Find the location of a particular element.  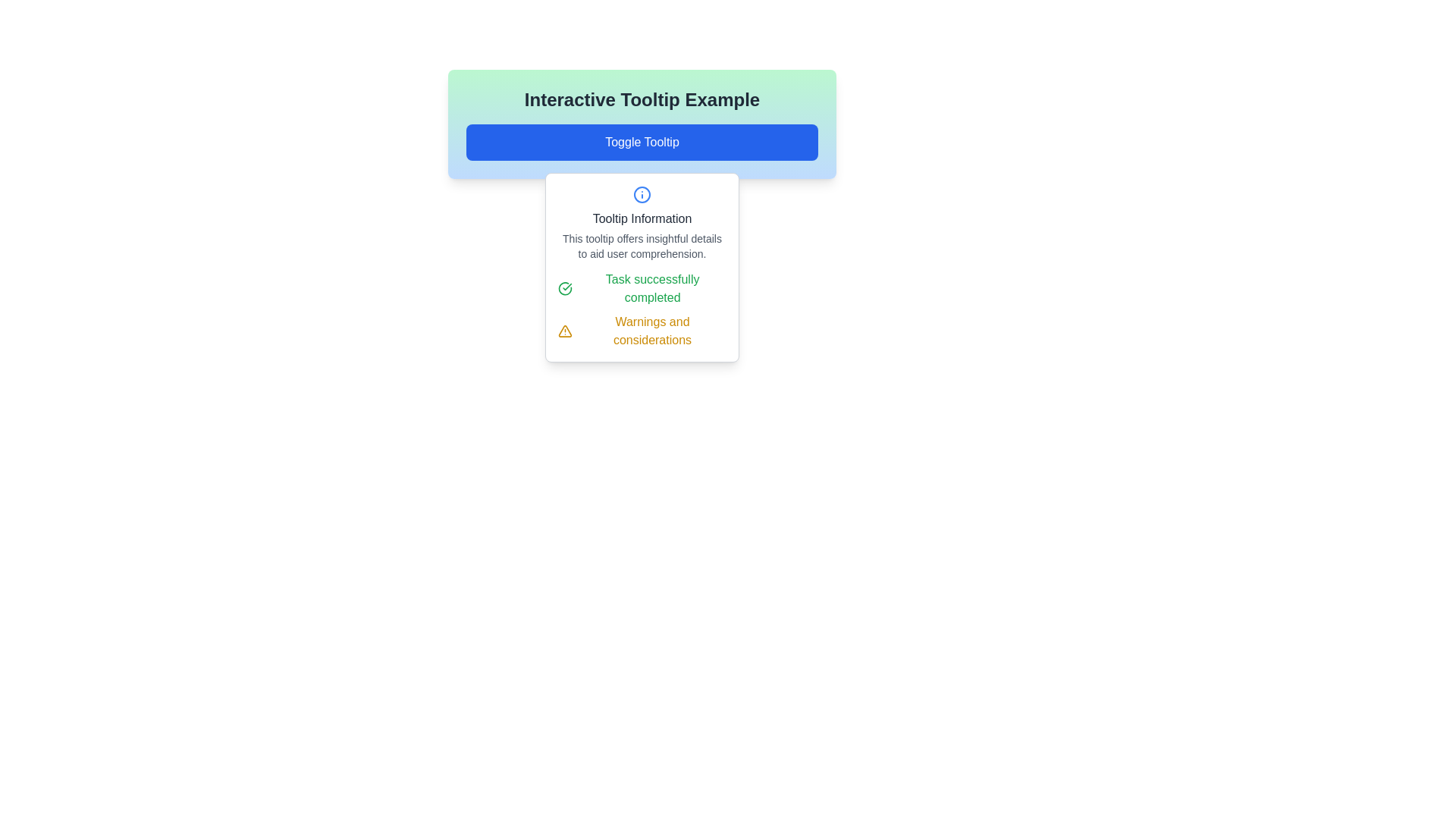

the area surrounding the Status message with icon located below the heading 'Tooltip Information' in the tooltip box, as it is interactive is located at coordinates (642, 289).